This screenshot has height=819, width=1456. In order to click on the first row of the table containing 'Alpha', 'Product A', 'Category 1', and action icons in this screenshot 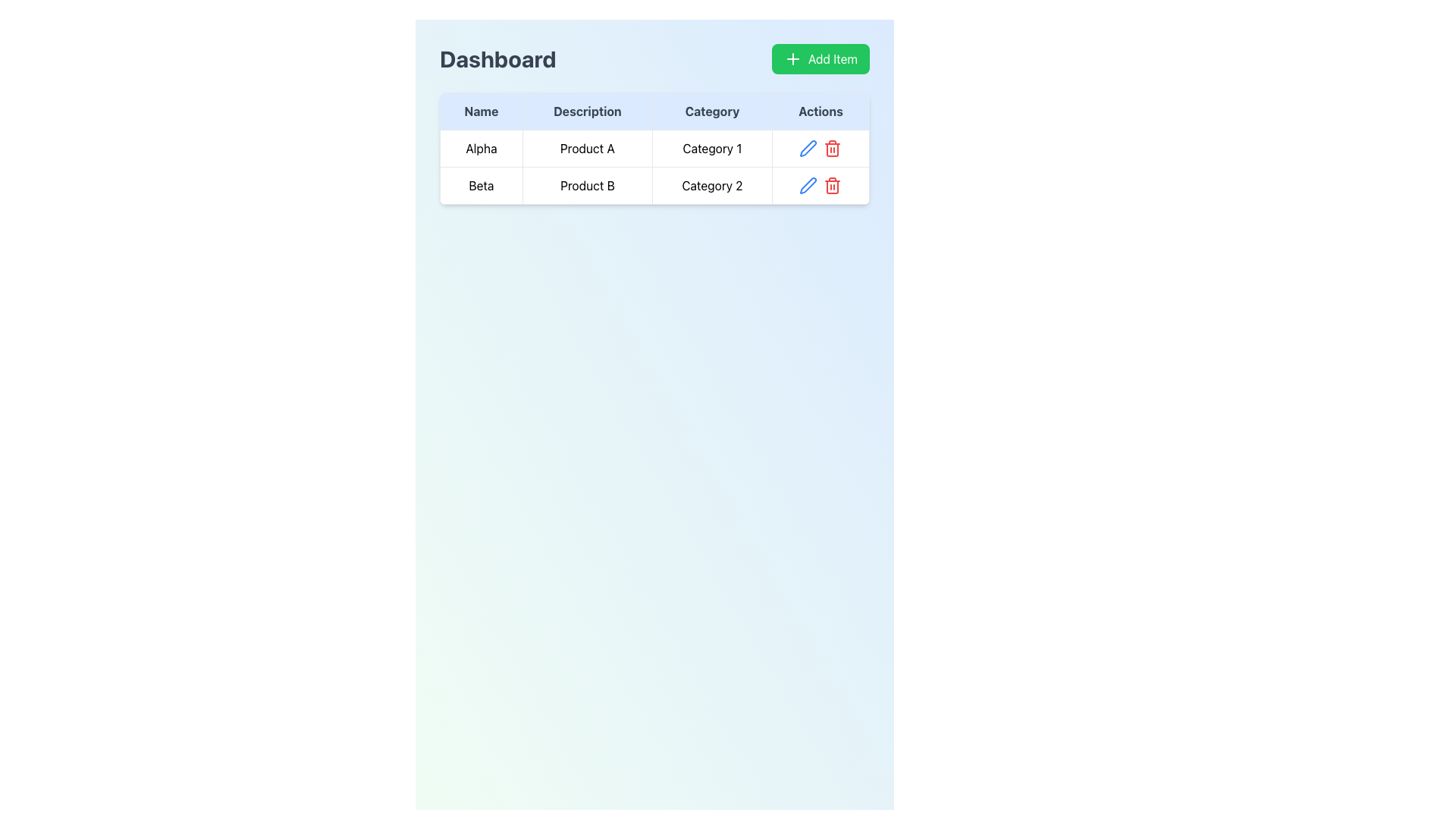, I will do `click(654, 149)`.